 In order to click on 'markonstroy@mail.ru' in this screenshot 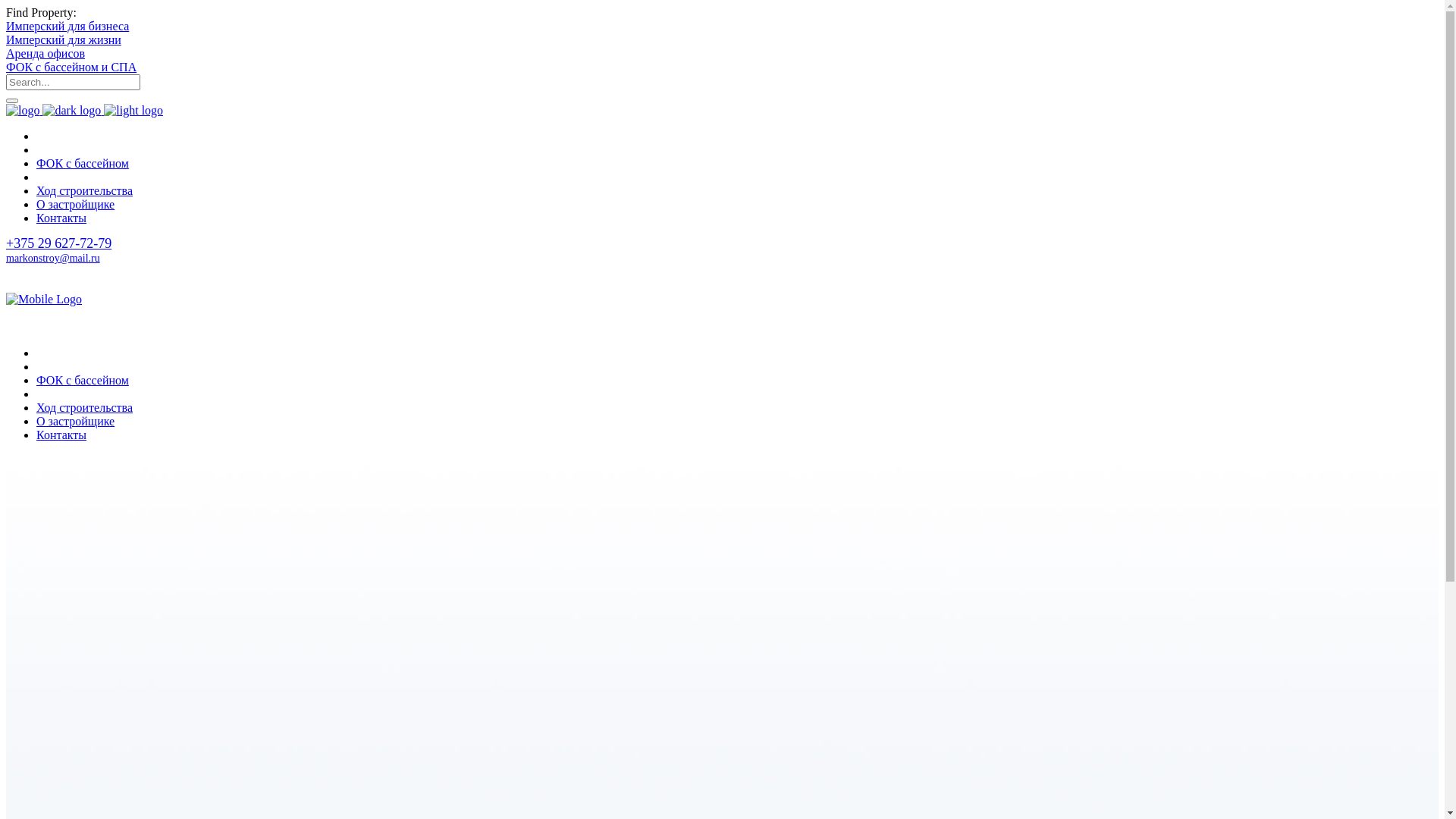, I will do `click(53, 257)`.